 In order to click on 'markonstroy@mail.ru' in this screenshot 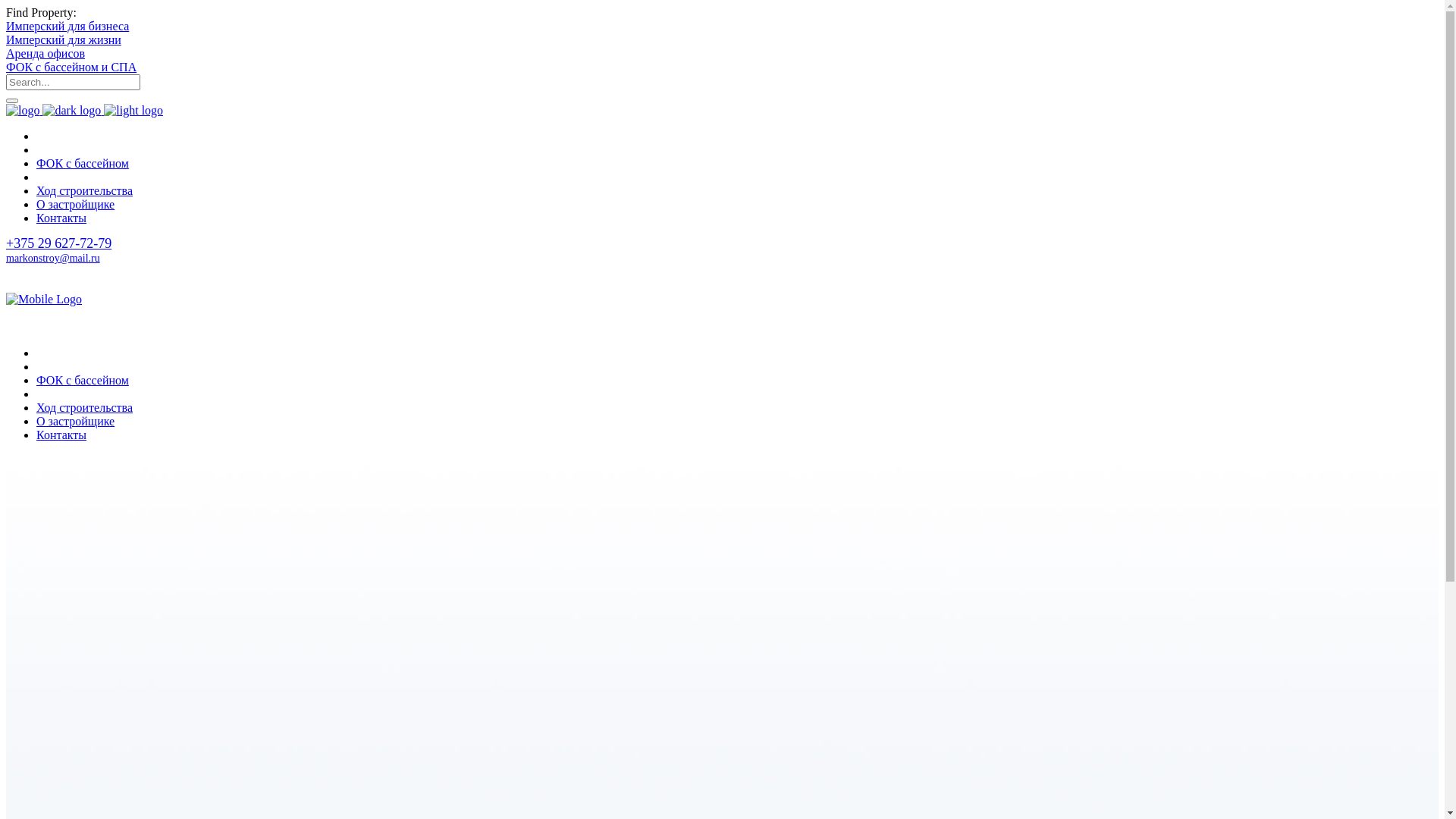, I will do `click(53, 257)`.